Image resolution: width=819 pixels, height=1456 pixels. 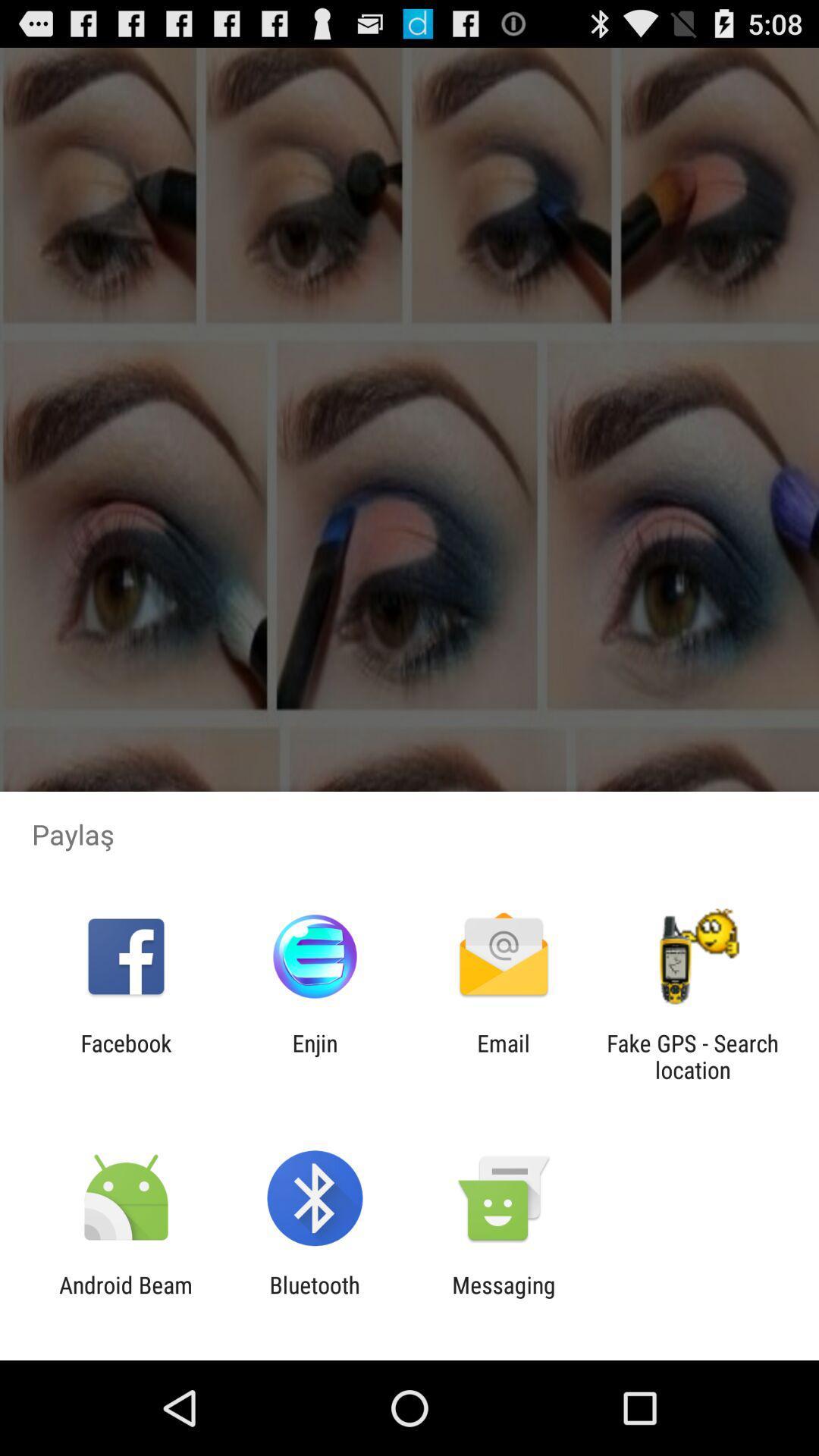 What do you see at coordinates (314, 1298) in the screenshot?
I see `app to the left of the messaging app` at bounding box center [314, 1298].